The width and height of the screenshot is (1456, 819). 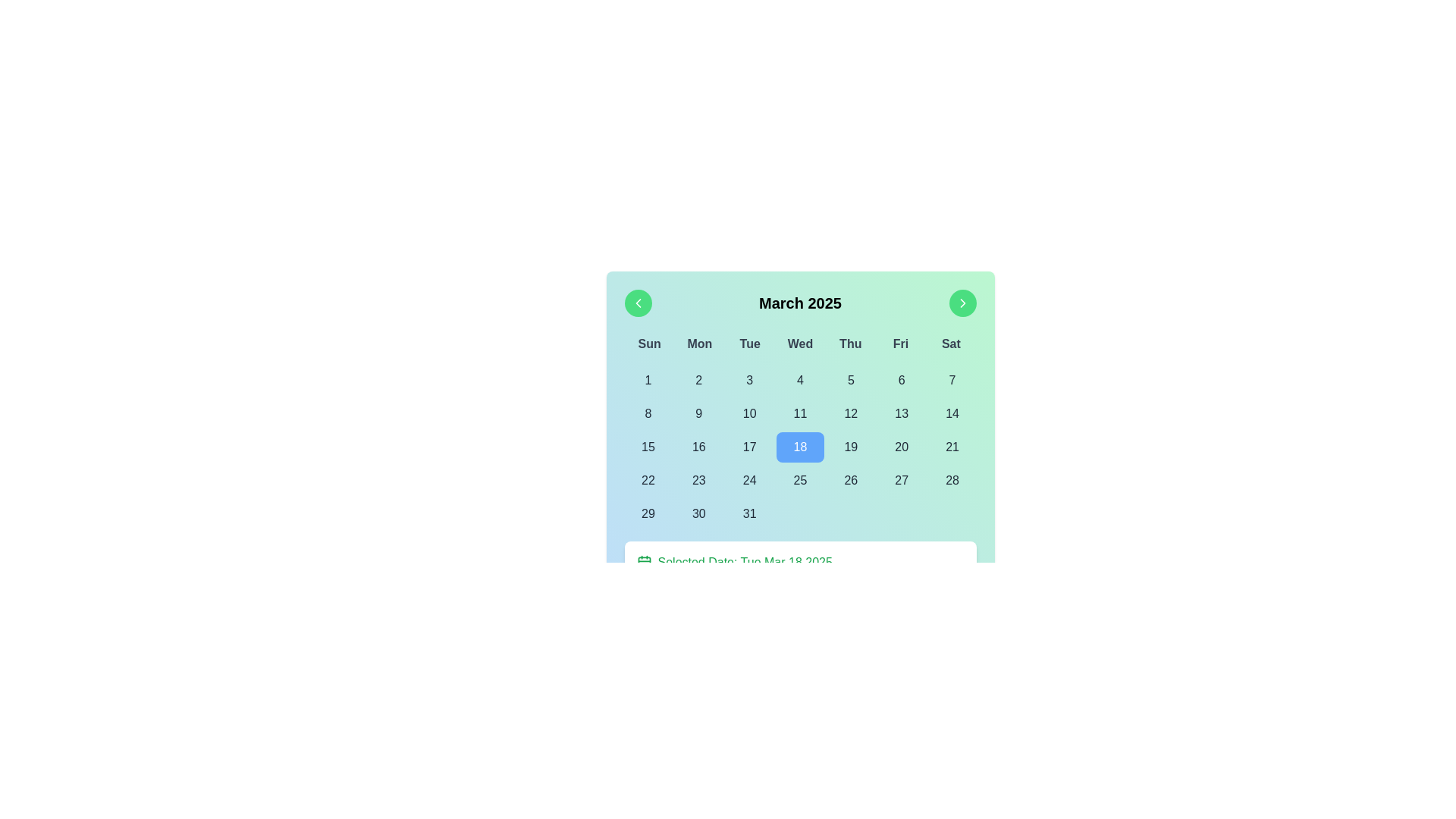 What do you see at coordinates (638, 303) in the screenshot?
I see `the left-pointing chevron icon embedded in the circular green navigation button` at bounding box center [638, 303].